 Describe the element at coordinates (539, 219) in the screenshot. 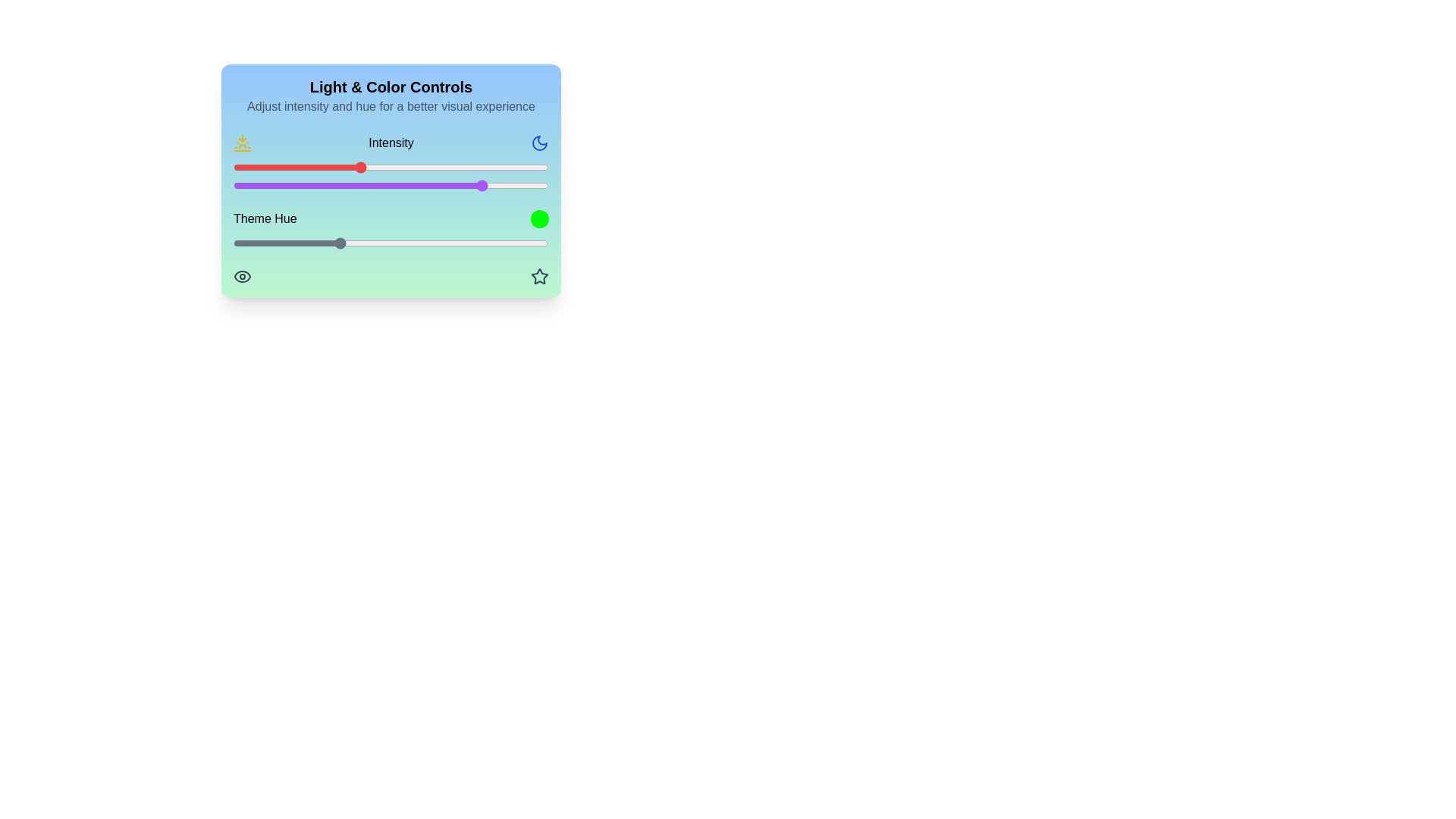

I see `the small circular vivid green Indicator or modifier icon located on the right side of the 'Theme Hue' section` at that location.